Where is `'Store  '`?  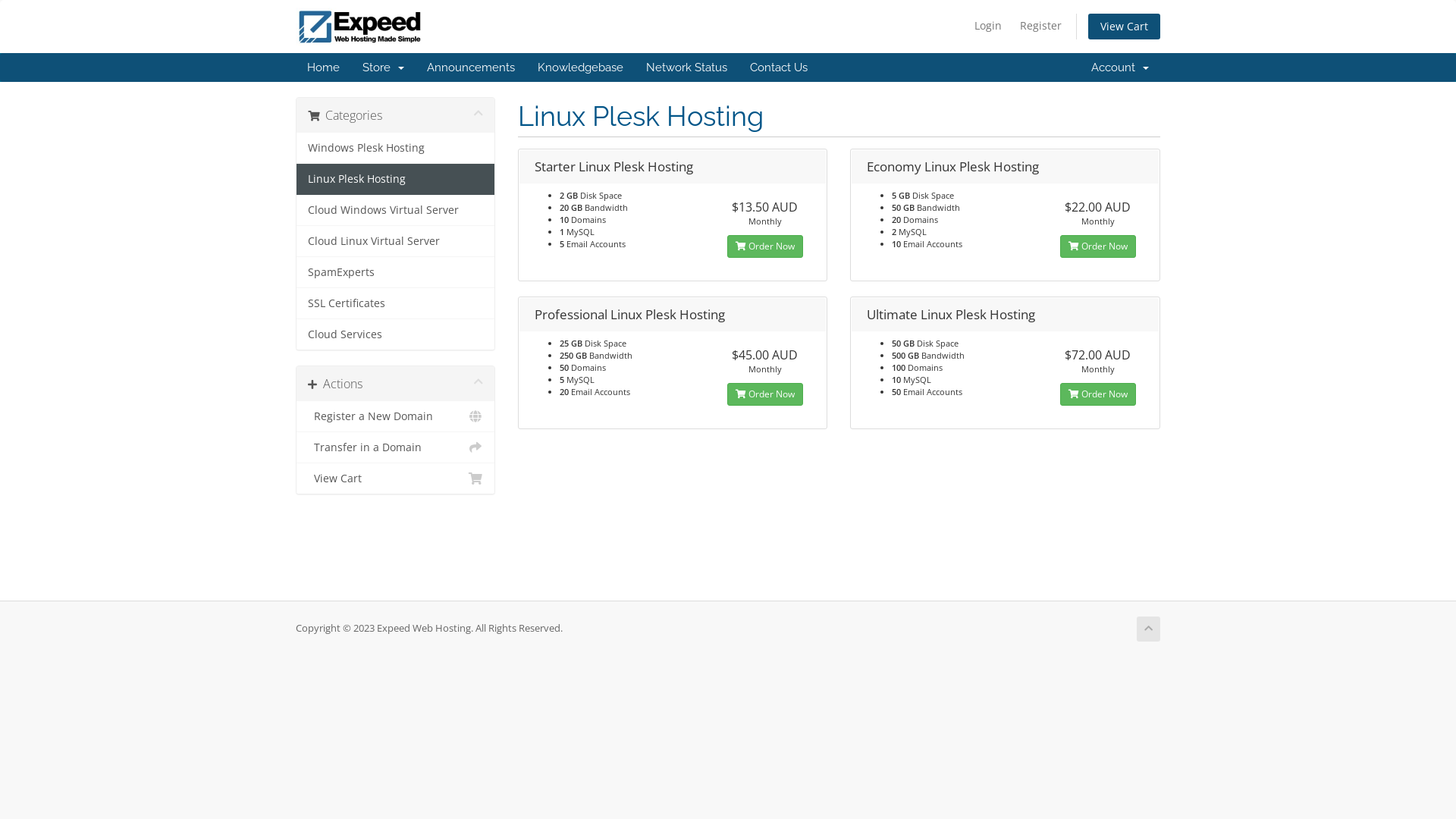
'Store  ' is located at coordinates (383, 66).